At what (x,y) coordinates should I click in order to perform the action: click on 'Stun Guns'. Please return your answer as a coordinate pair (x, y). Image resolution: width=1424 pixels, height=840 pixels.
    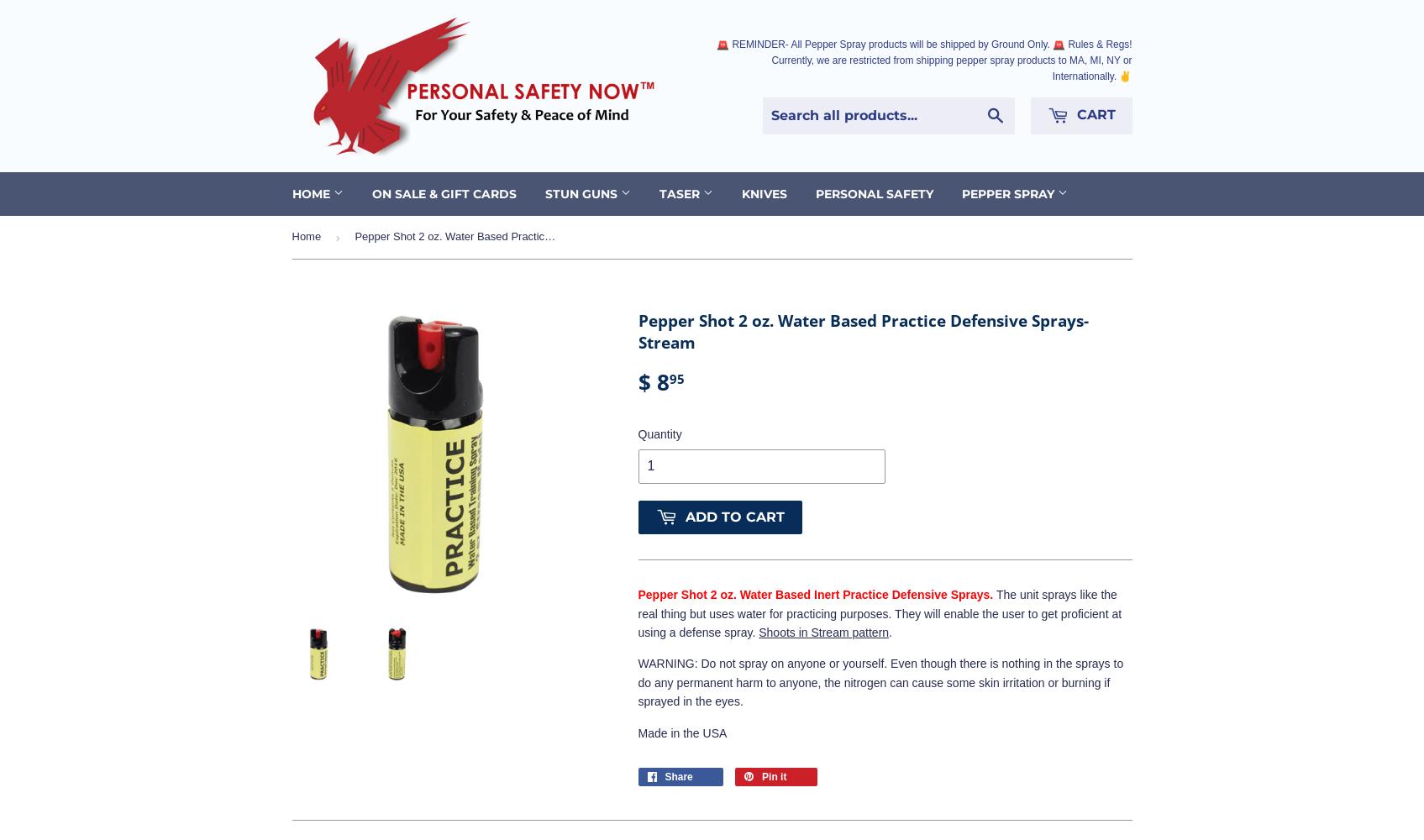
    Looking at the image, I should click on (581, 192).